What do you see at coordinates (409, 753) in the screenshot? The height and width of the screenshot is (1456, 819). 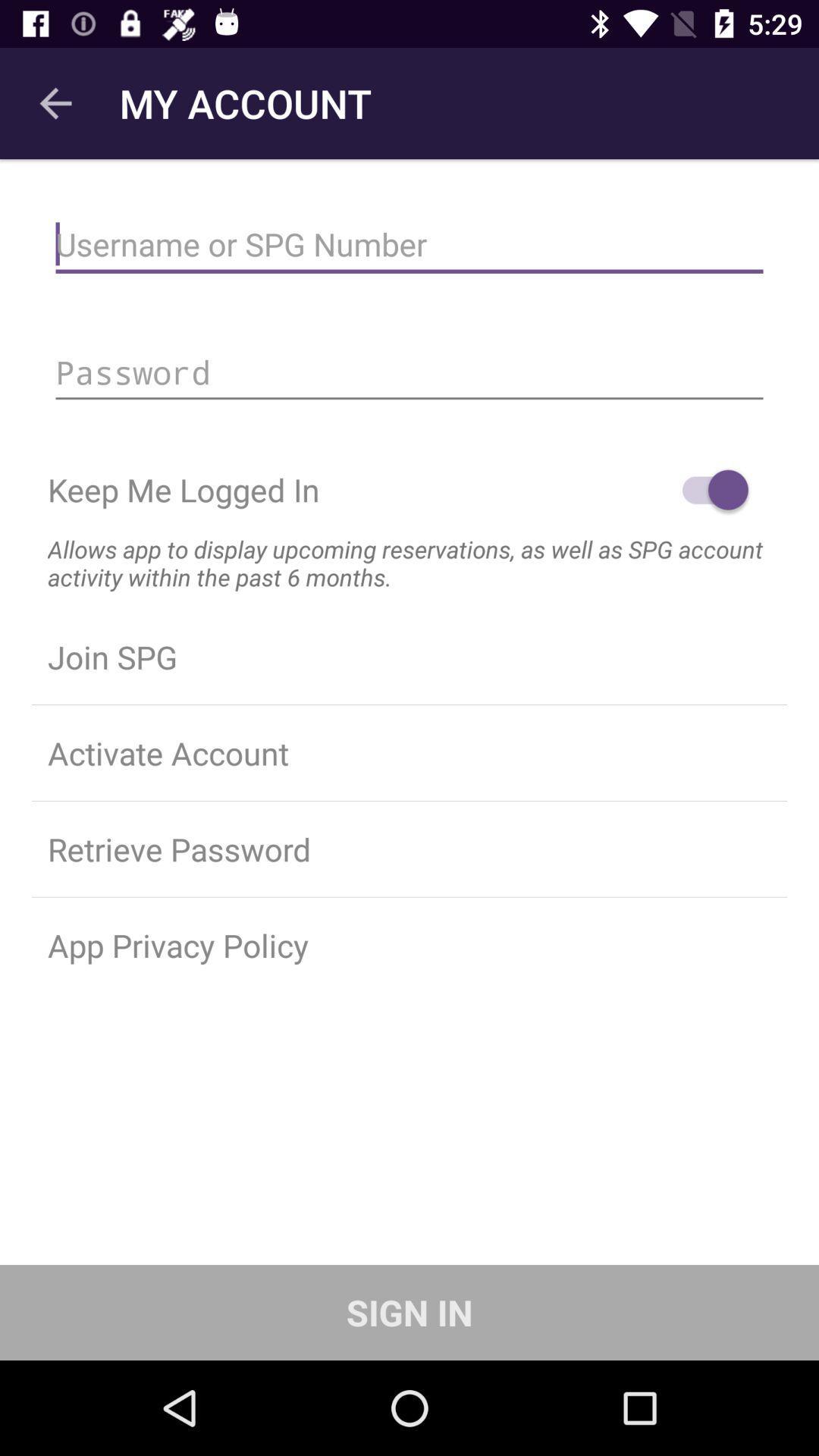 I see `the activate account icon` at bounding box center [409, 753].